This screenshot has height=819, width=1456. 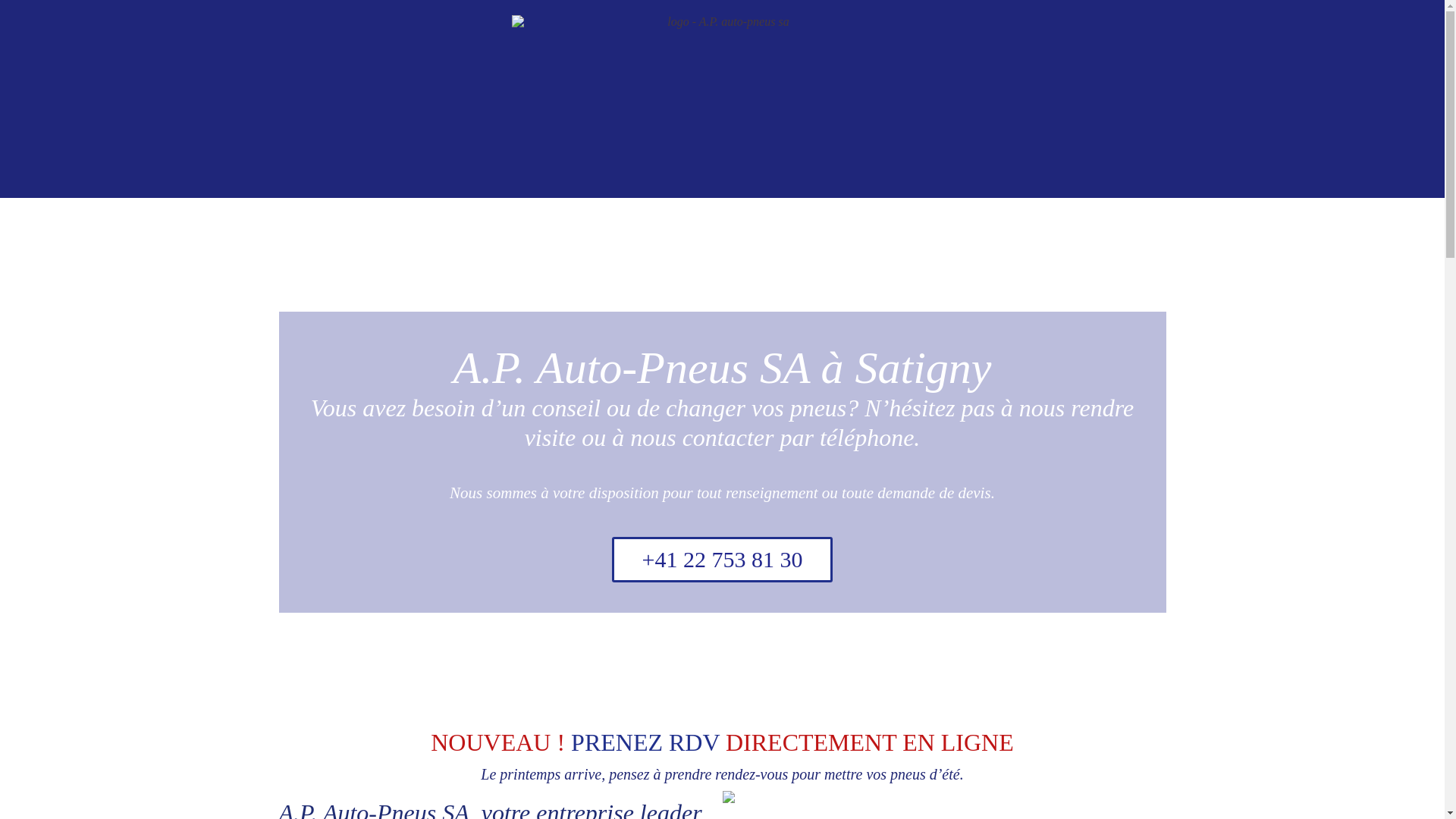 I want to click on 'PRENEZ RDV', so click(x=645, y=742).